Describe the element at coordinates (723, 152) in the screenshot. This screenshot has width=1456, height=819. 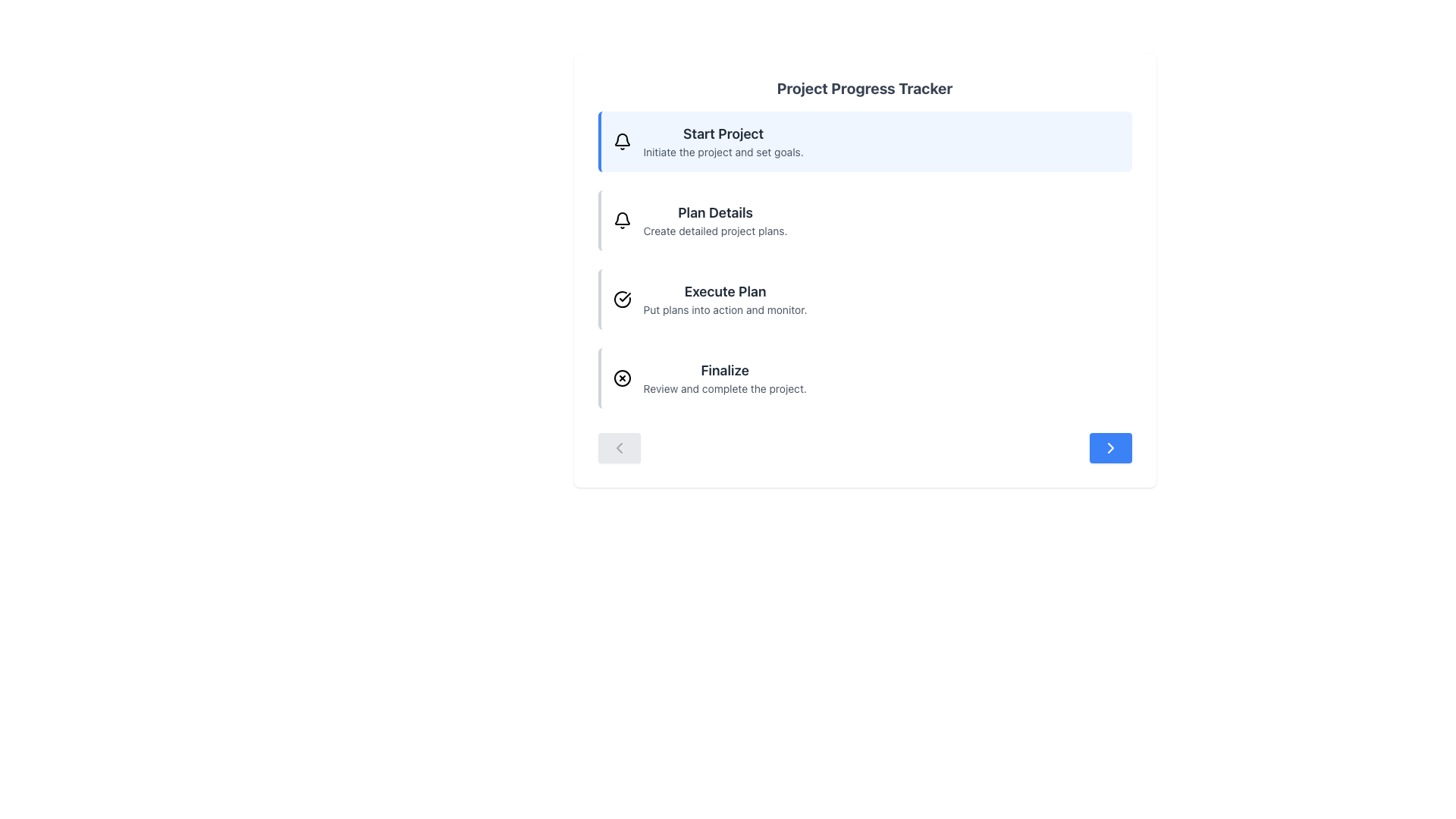
I see `the descriptive text label located under the 'Start Project' header in the 'Project Progress Tracker' section` at that location.